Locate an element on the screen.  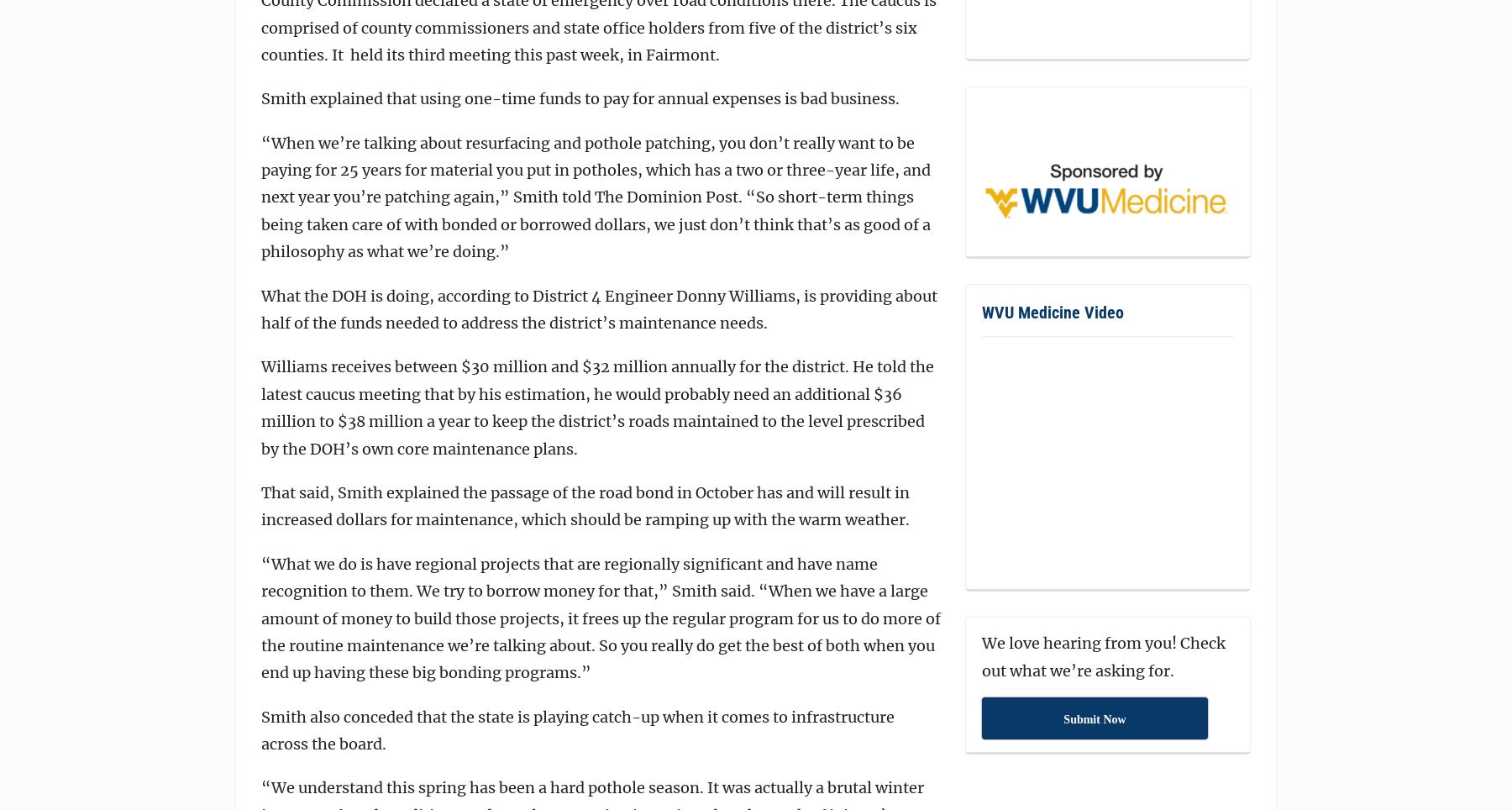
'Smith also conceded that the state is playing catch-up when it comes to infrastructure across the board.' is located at coordinates (260, 730).